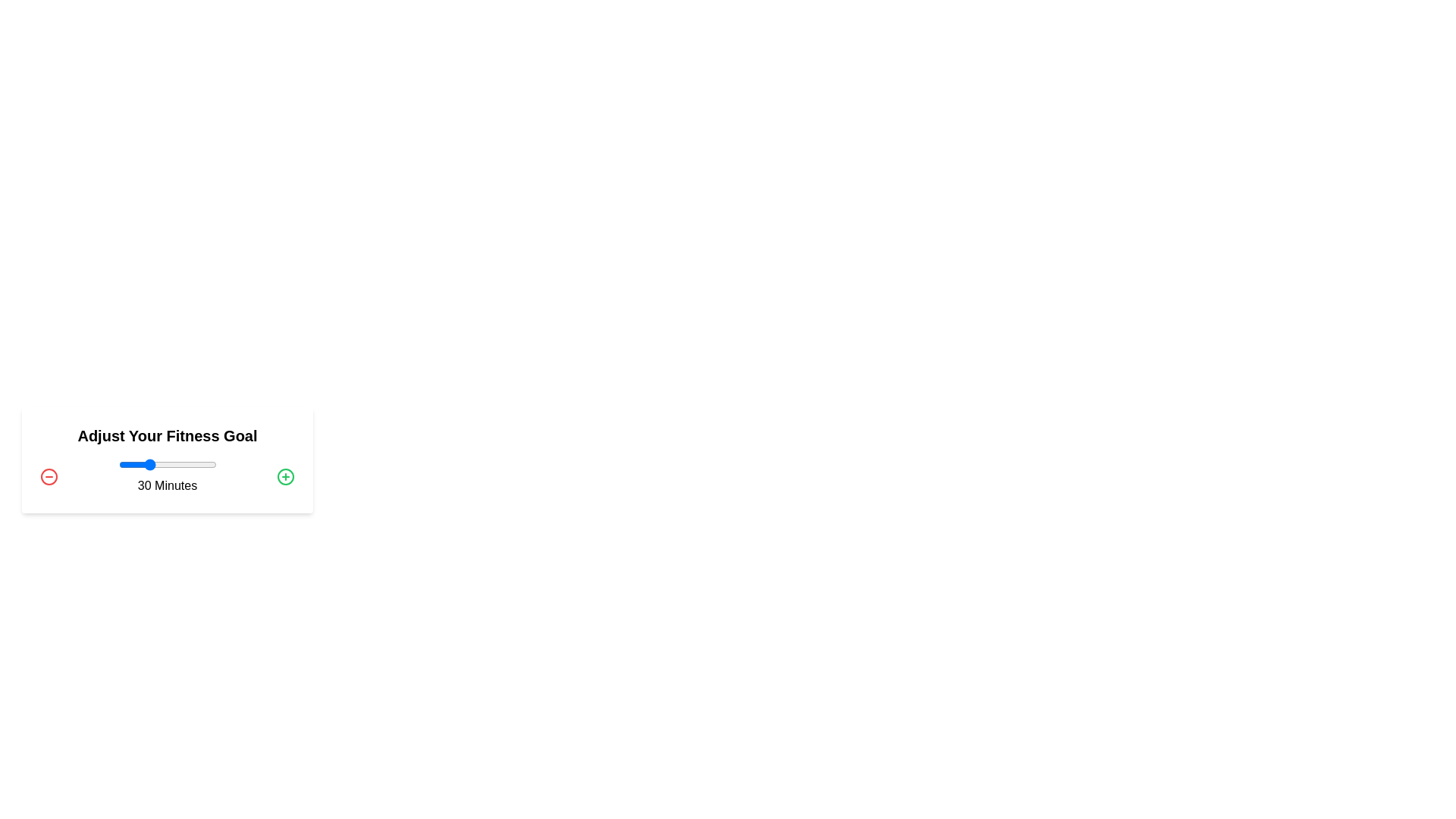 The image size is (1456, 819). Describe the element at coordinates (179, 464) in the screenshot. I see `the slider` at that location.